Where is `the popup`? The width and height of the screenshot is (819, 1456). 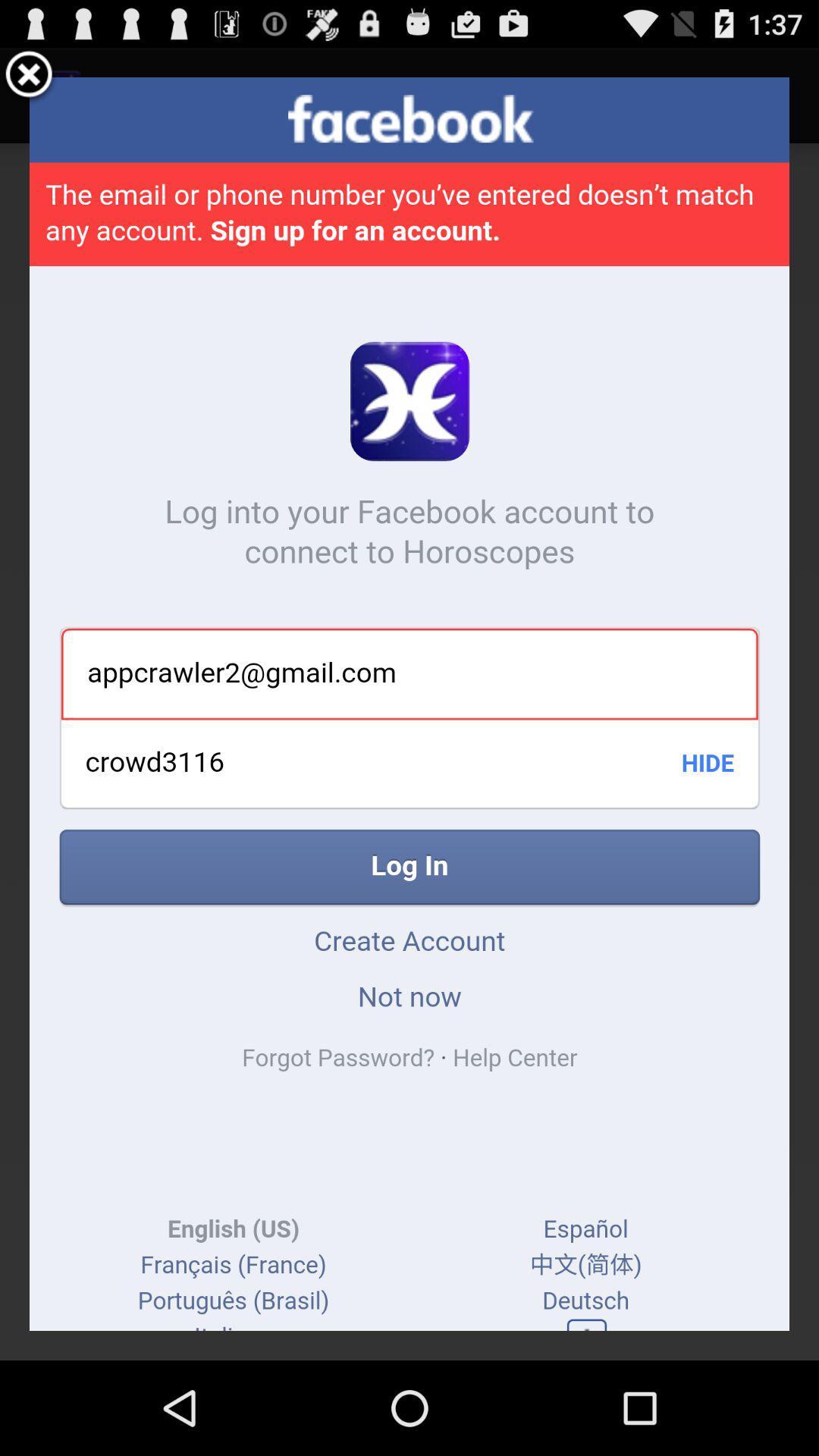
the popup is located at coordinates (29, 76).